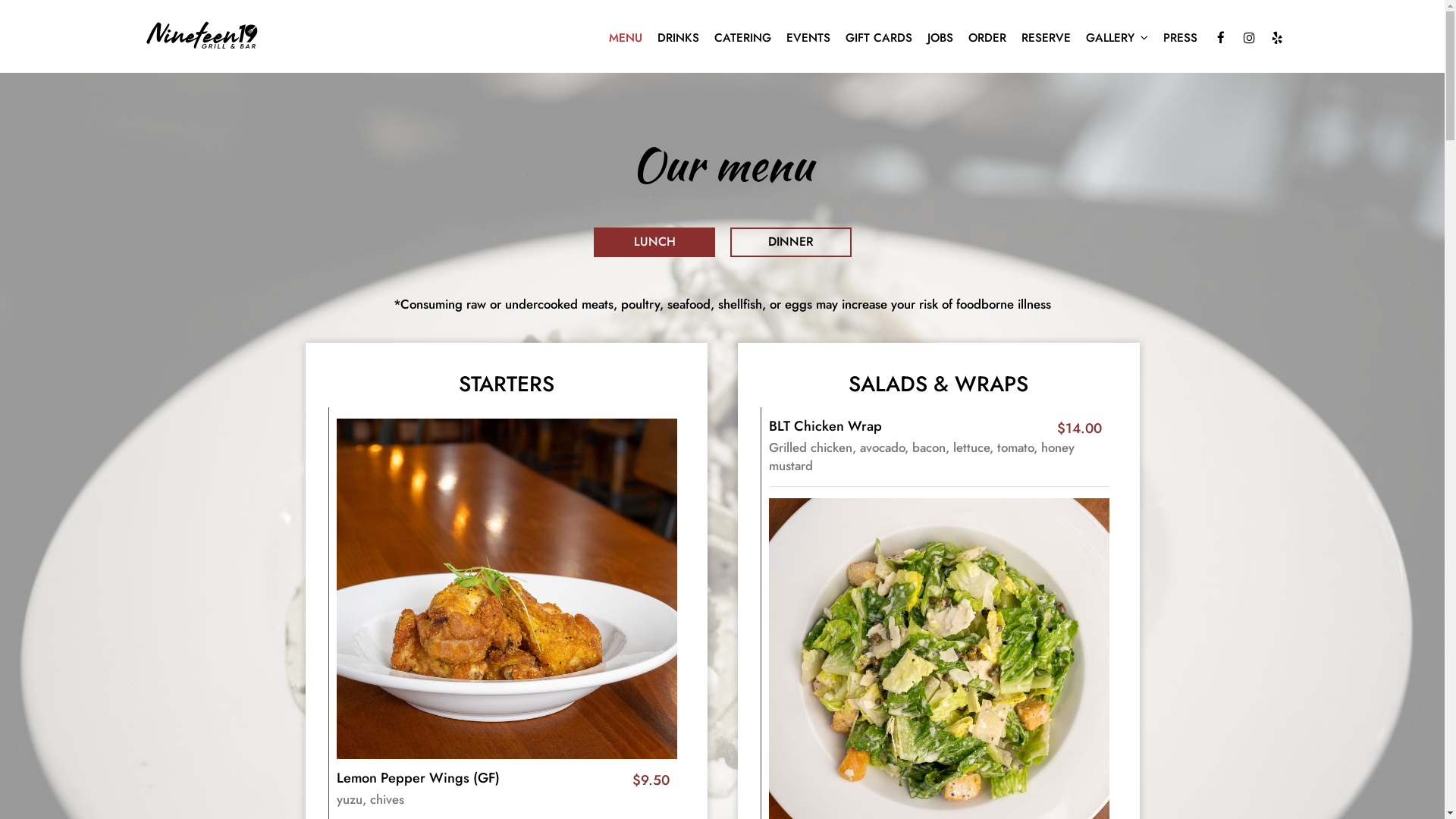 The width and height of the screenshot is (1456, 819). What do you see at coordinates (654, 241) in the screenshot?
I see `'LUNCH'` at bounding box center [654, 241].